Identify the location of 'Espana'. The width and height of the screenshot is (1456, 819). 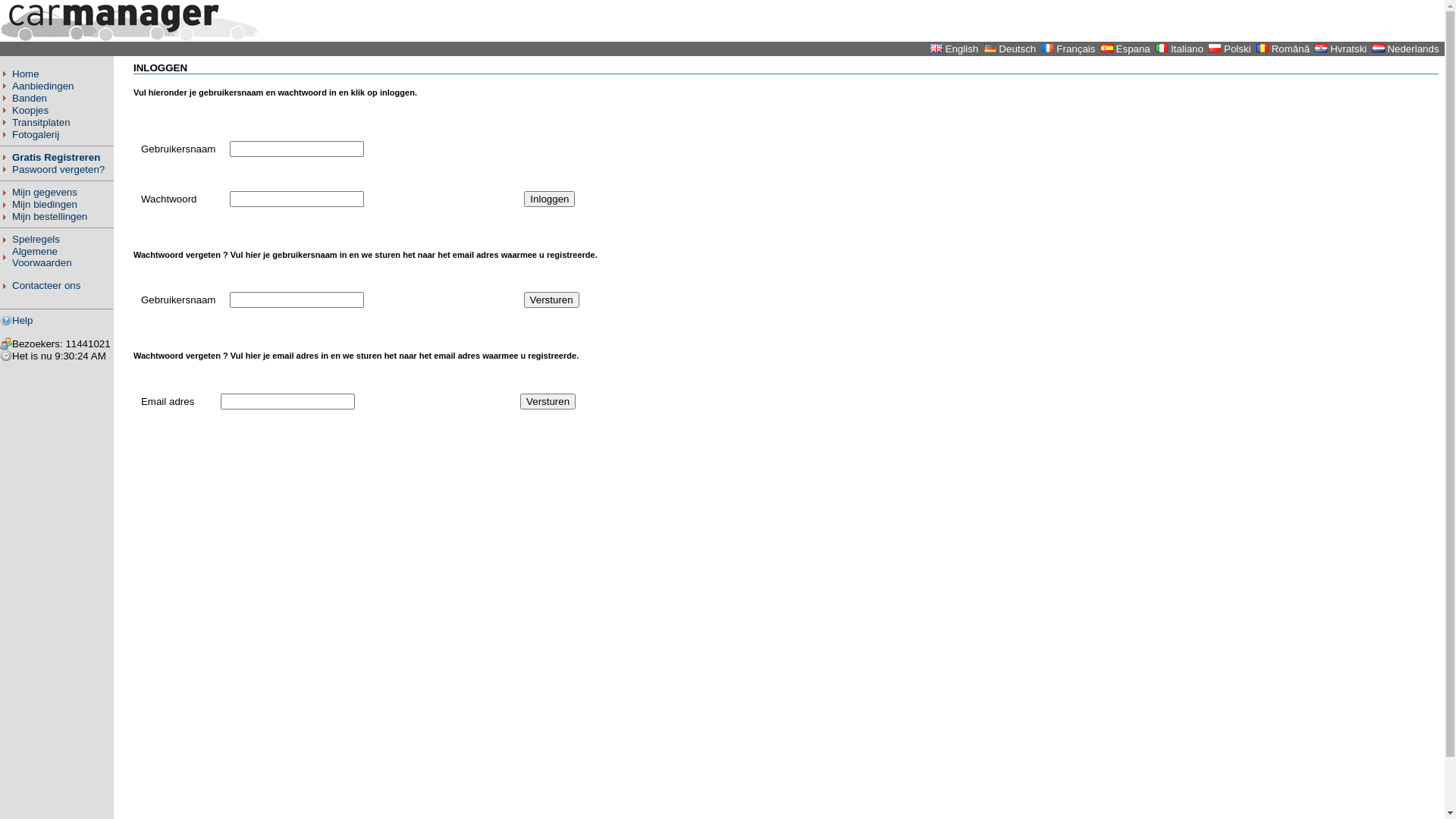
(1133, 48).